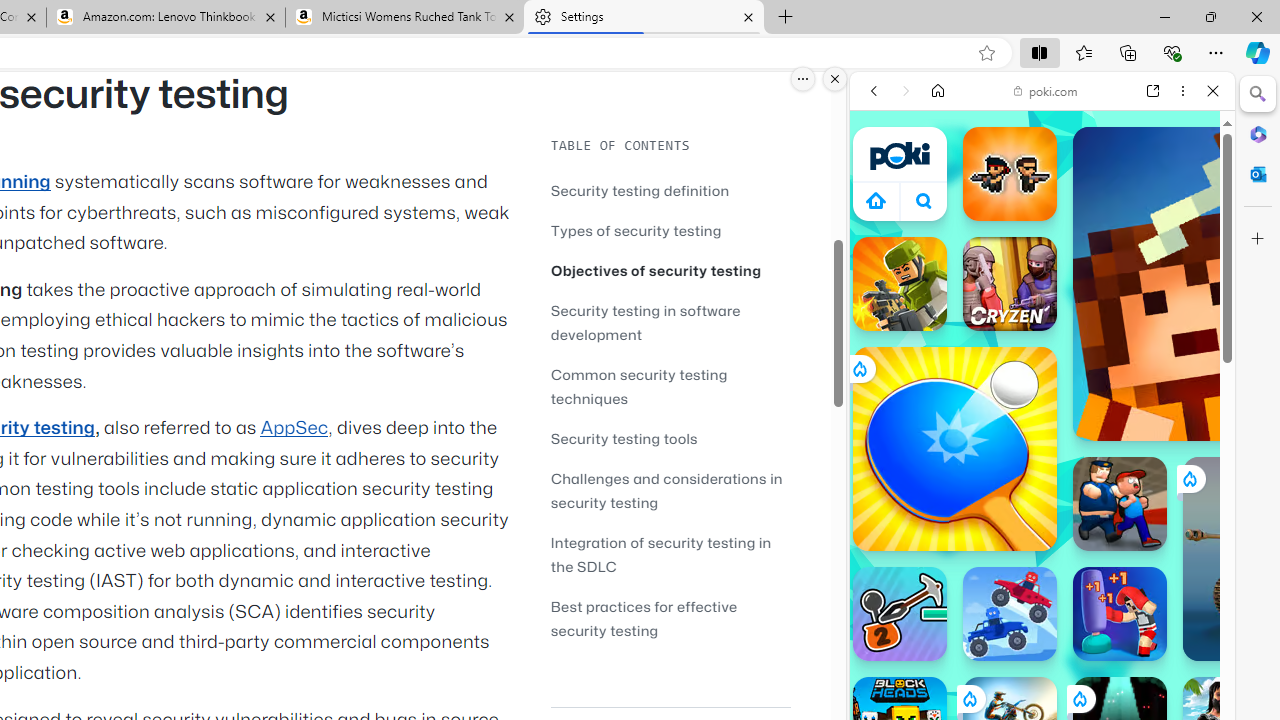  Describe the element at coordinates (1009, 284) in the screenshot. I see `'Cryzen.io'` at that location.